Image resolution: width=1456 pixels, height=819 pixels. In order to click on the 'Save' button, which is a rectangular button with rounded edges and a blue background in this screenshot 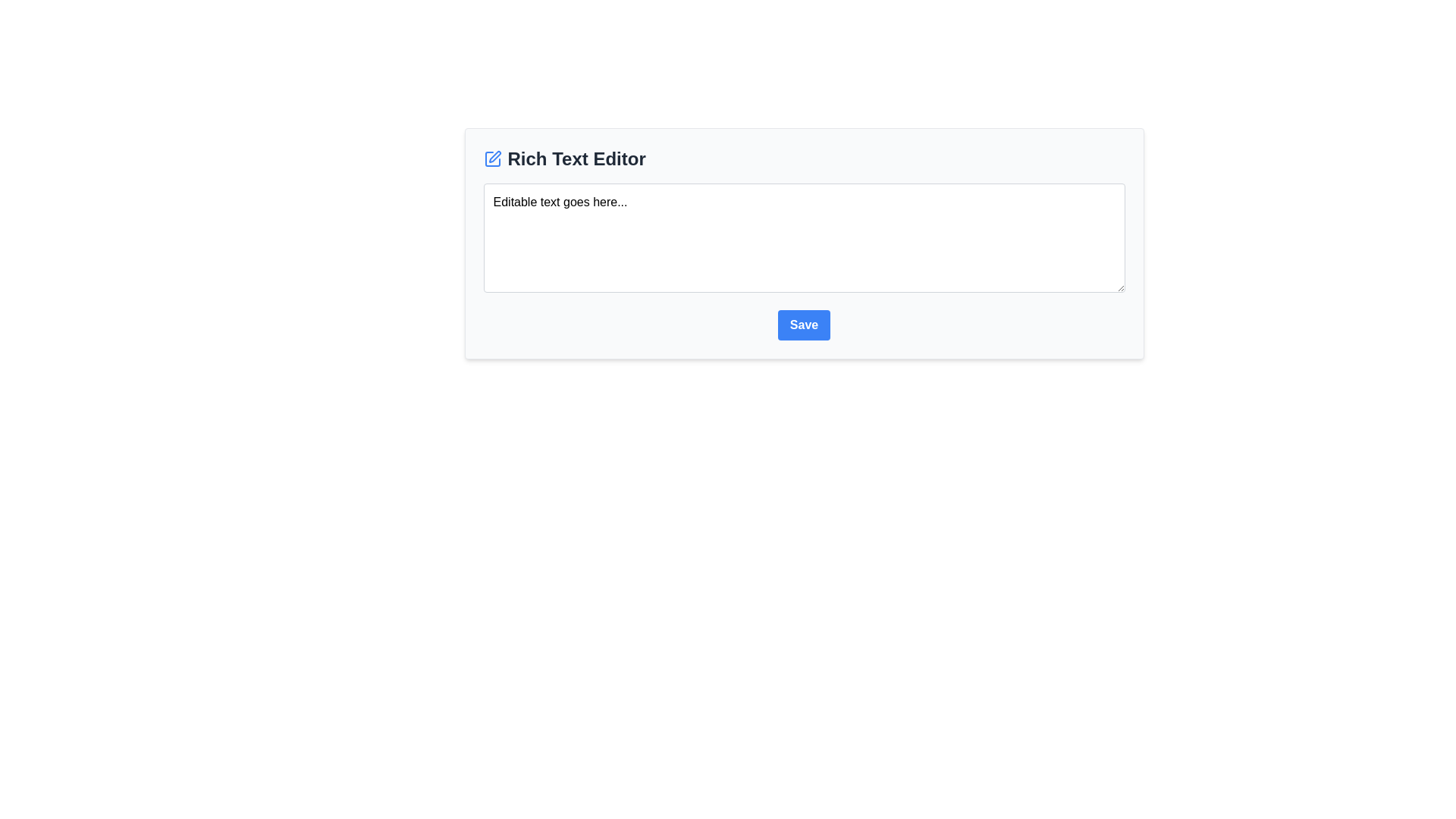, I will do `click(803, 324)`.